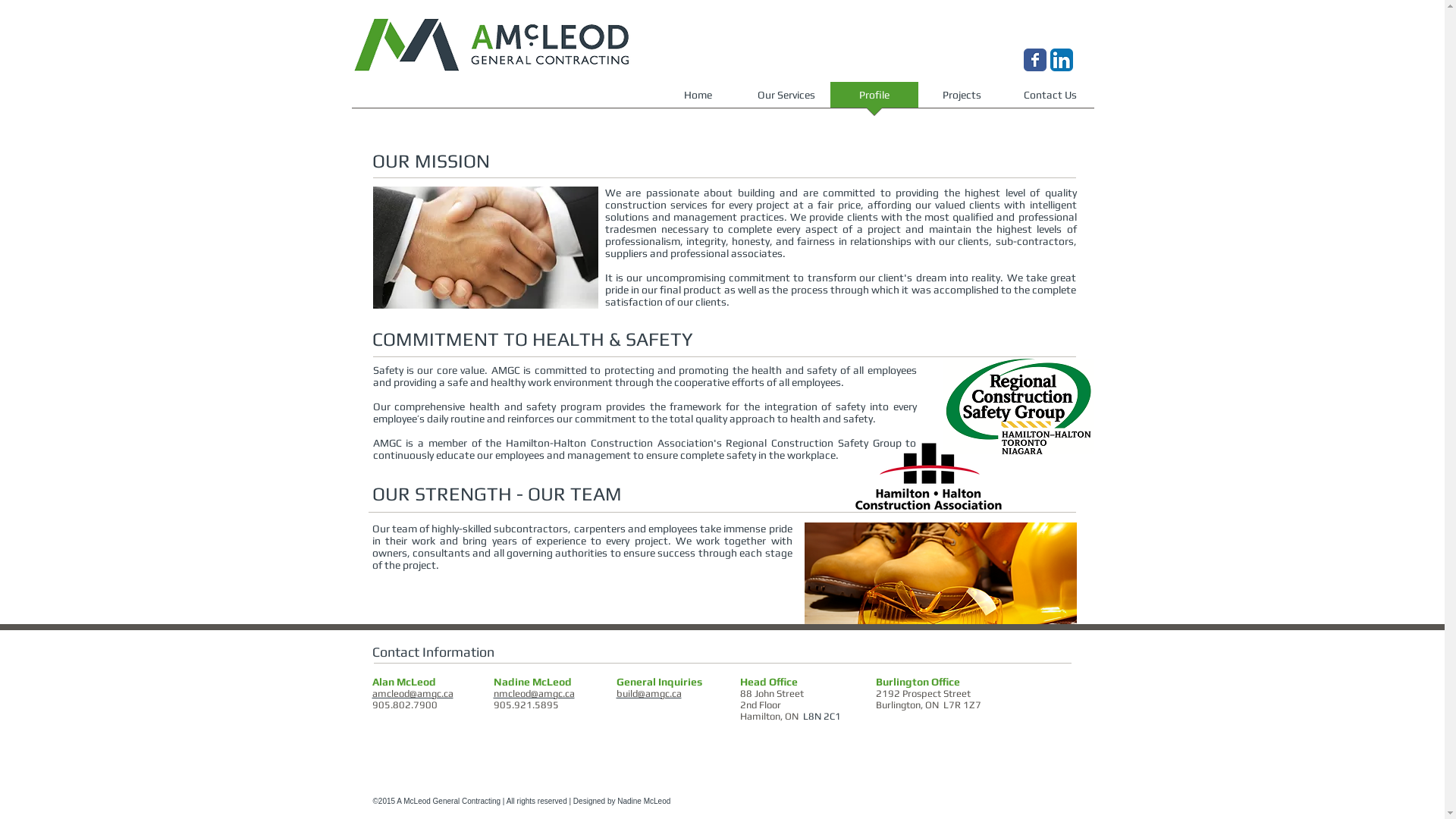  What do you see at coordinates (960, 99) in the screenshot?
I see `'Projects'` at bounding box center [960, 99].